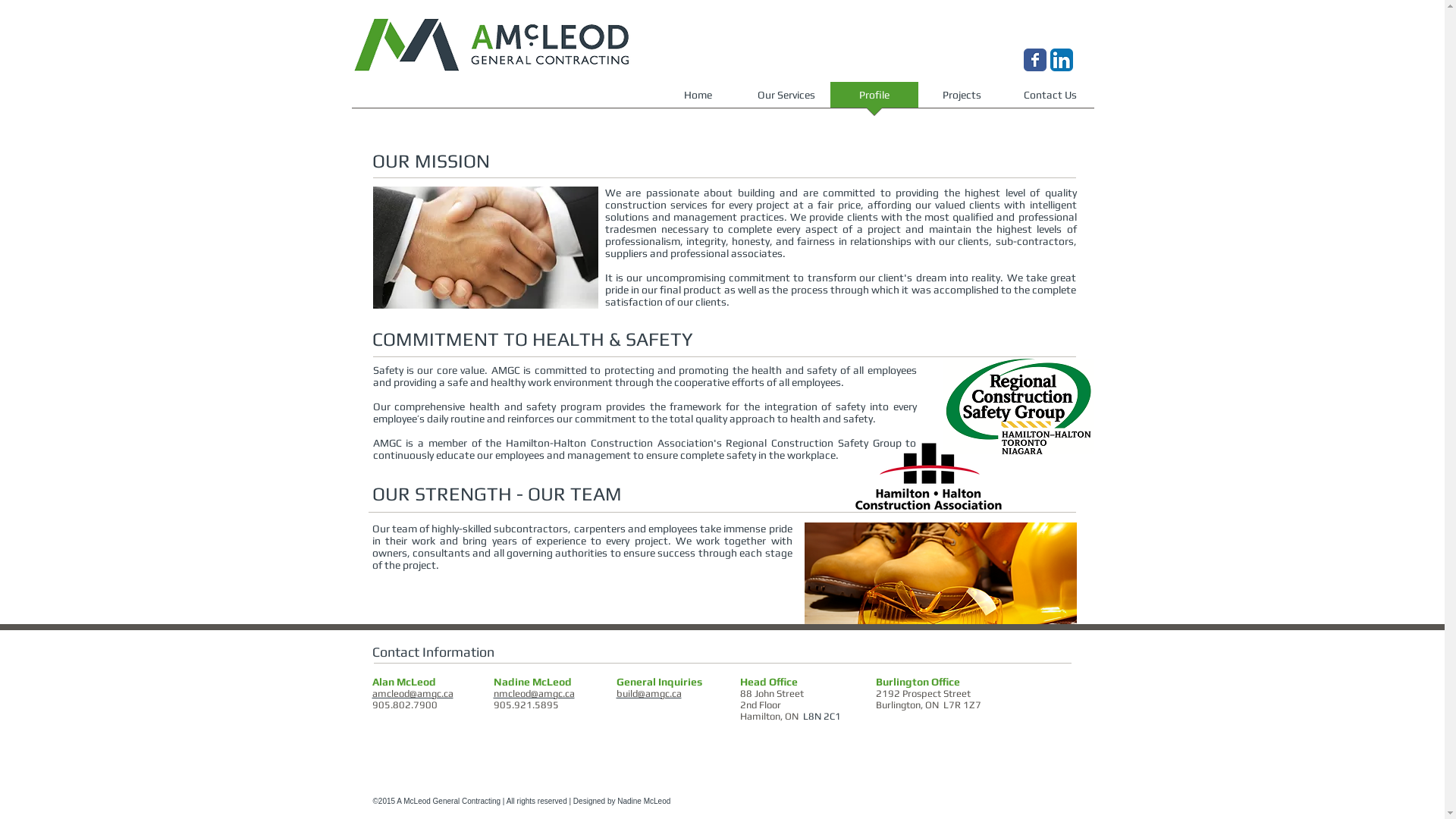  What do you see at coordinates (960, 99) in the screenshot?
I see `'Projects'` at bounding box center [960, 99].